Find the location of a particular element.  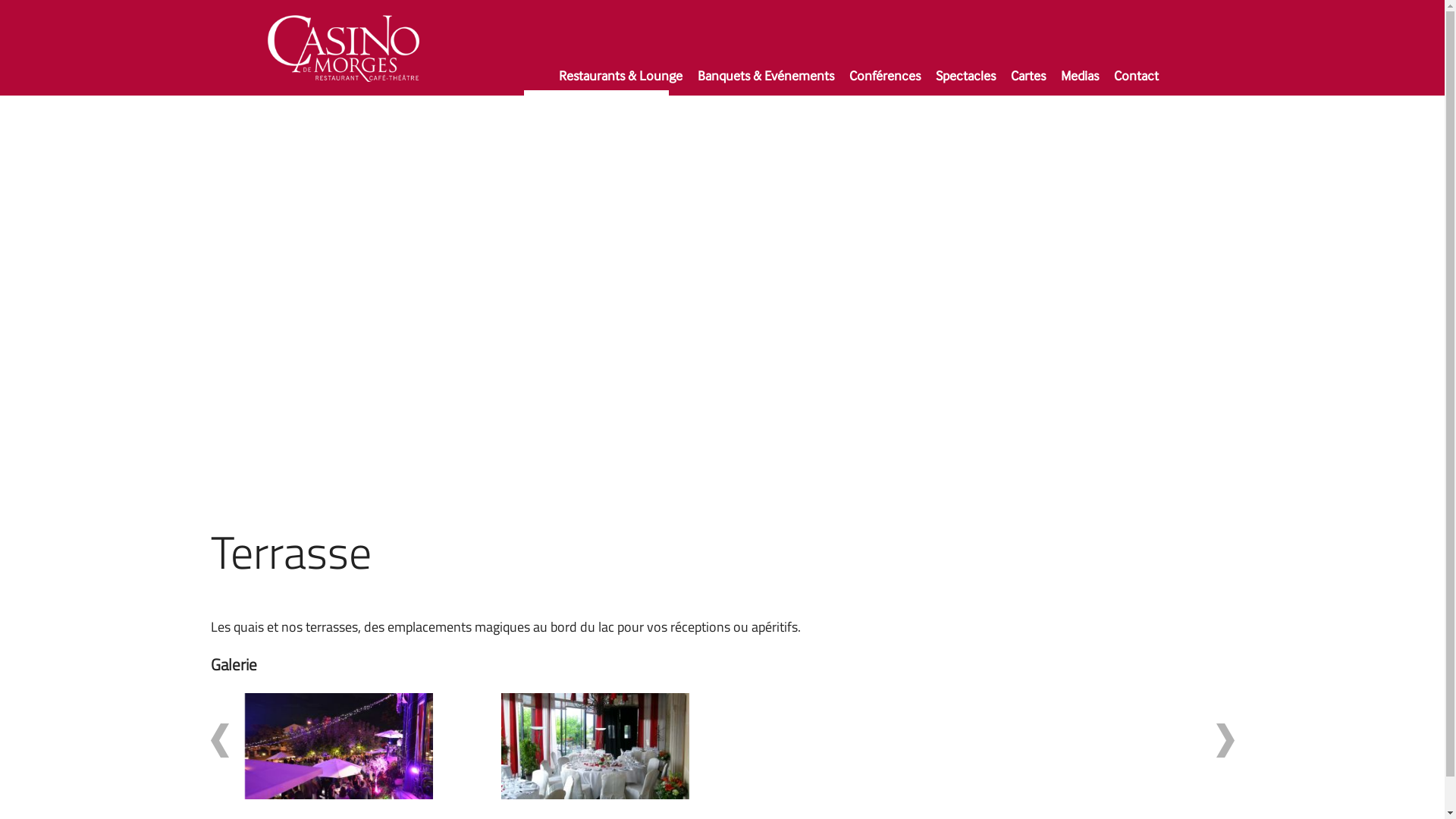

'Contact' is located at coordinates (1136, 82).